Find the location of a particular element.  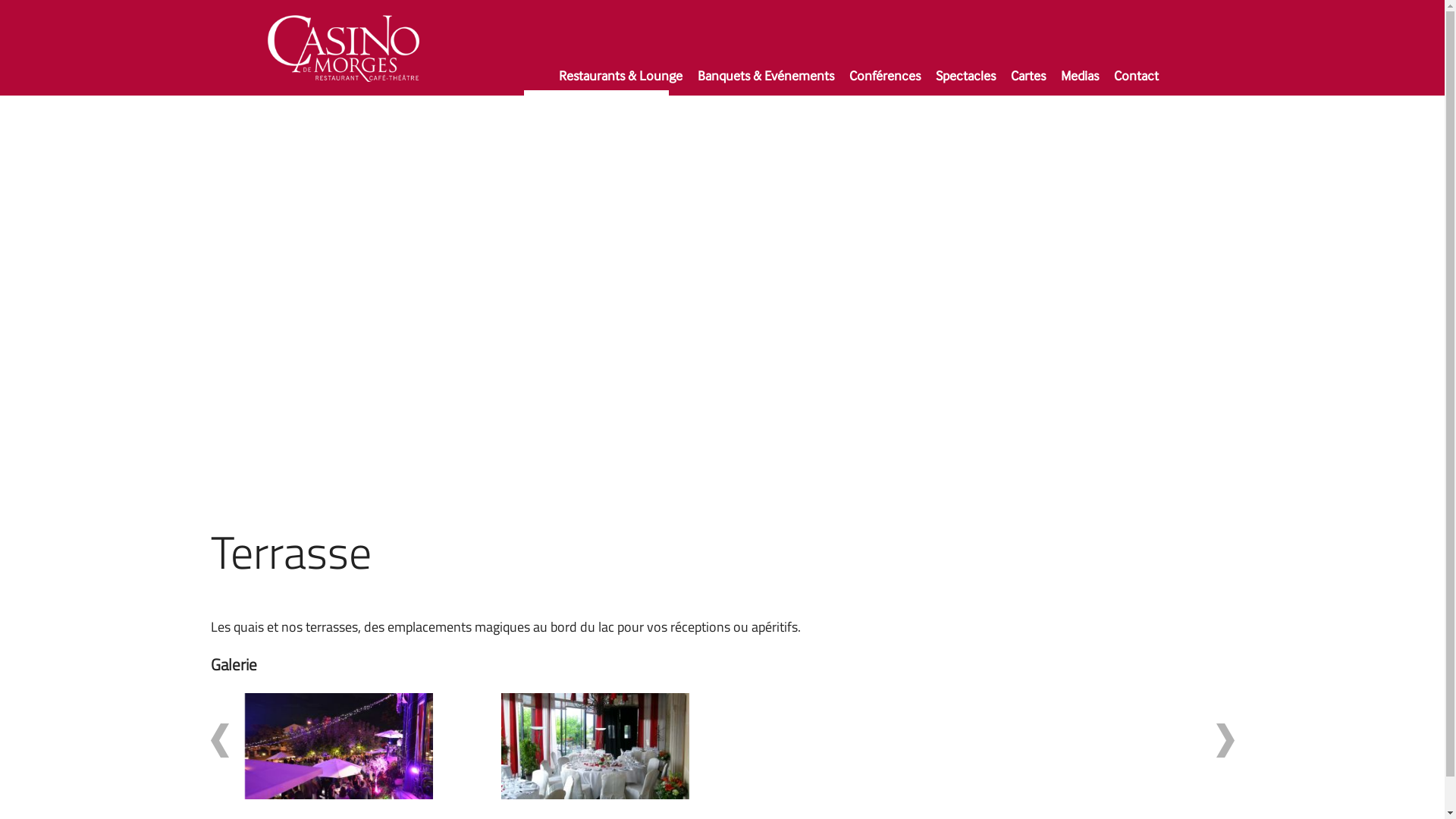

'Contact' is located at coordinates (1136, 82).